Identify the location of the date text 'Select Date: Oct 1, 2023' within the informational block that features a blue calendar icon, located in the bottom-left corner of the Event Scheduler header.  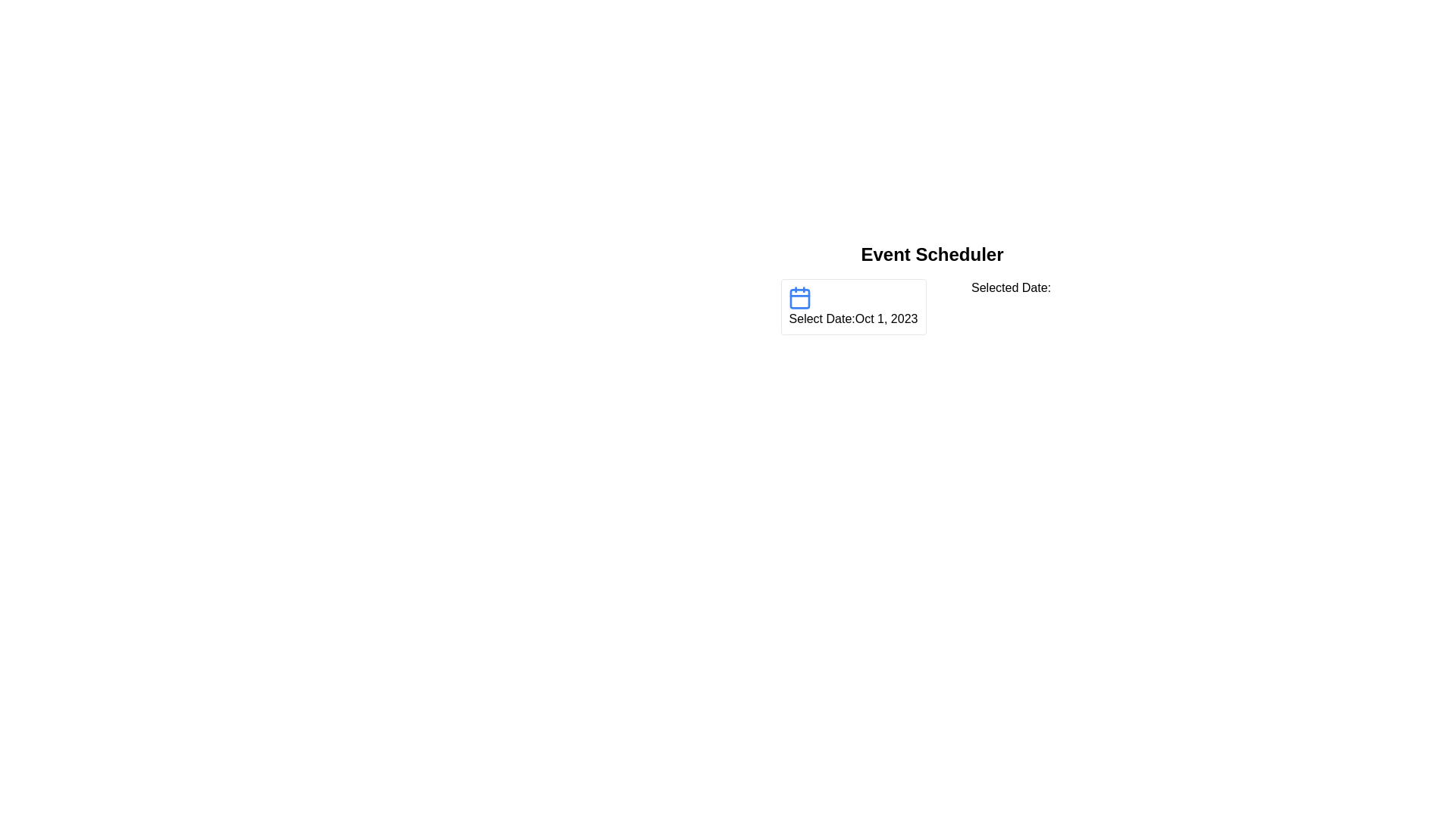
(853, 307).